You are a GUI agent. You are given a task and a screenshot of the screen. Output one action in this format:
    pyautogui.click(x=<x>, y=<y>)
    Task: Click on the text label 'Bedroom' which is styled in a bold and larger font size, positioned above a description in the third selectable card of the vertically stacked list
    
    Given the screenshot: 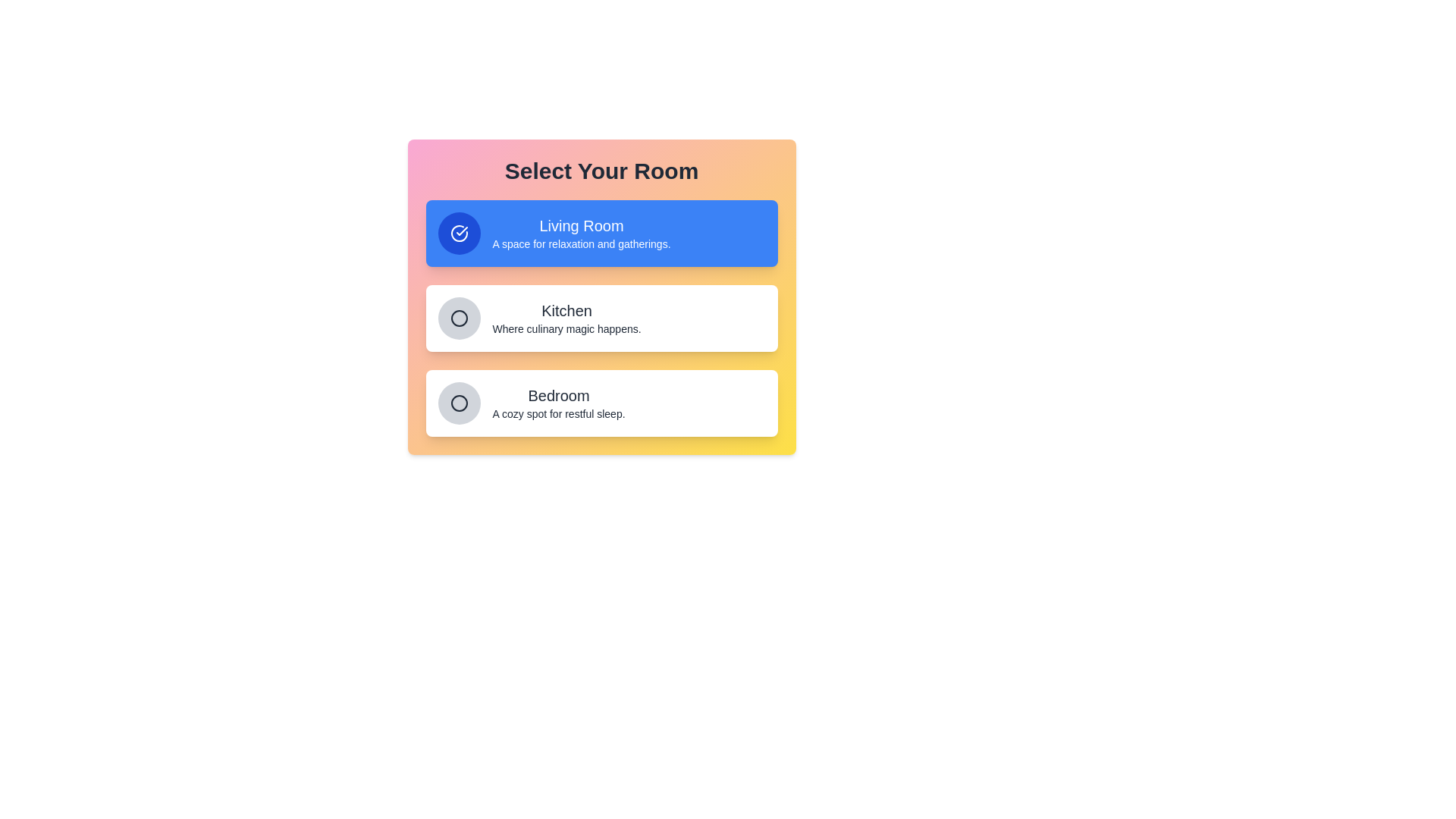 What is the action you would take?
    pyautogui.click(x=558, y=394)
    